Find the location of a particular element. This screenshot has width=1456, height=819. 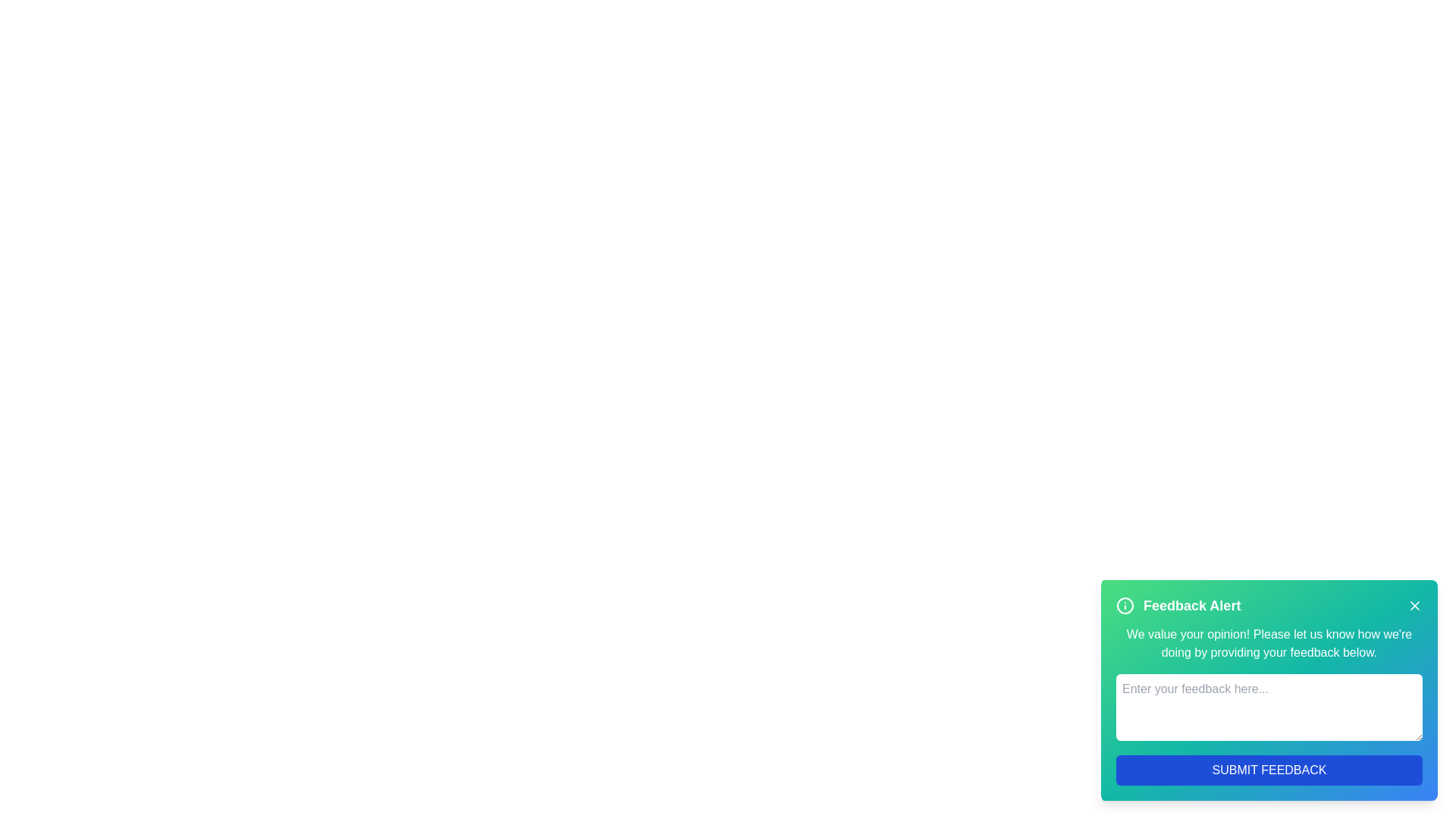

the submit button to submit the feedback is located at coordinates (1269, 770).